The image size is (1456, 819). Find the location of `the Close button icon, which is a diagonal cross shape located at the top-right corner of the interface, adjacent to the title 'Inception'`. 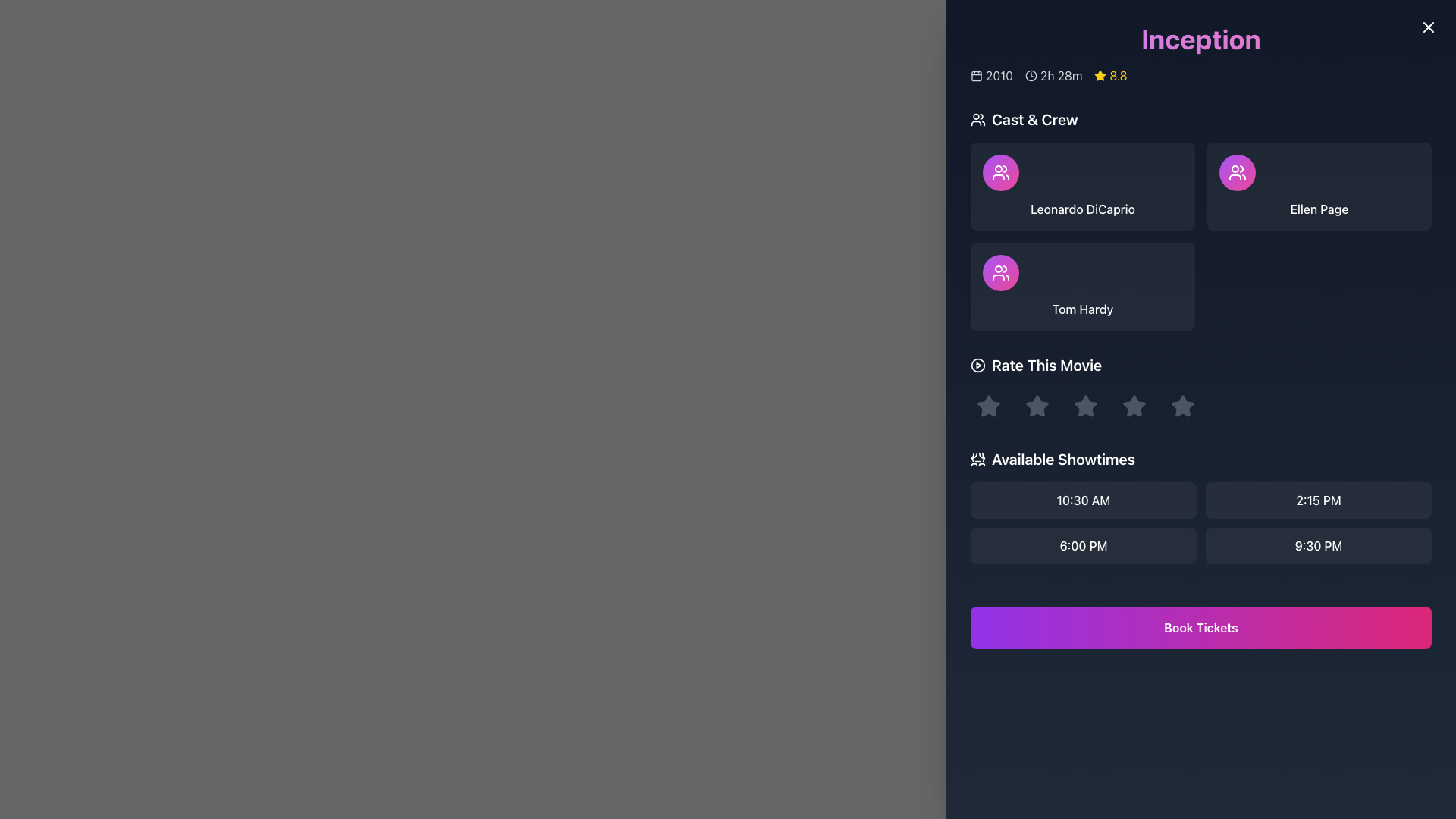

the Close button icon, which is a diagonal cross shape located at the top-right corner of the interface, adjacent to the title 'Inception' is located at coordinates (1427, 27).